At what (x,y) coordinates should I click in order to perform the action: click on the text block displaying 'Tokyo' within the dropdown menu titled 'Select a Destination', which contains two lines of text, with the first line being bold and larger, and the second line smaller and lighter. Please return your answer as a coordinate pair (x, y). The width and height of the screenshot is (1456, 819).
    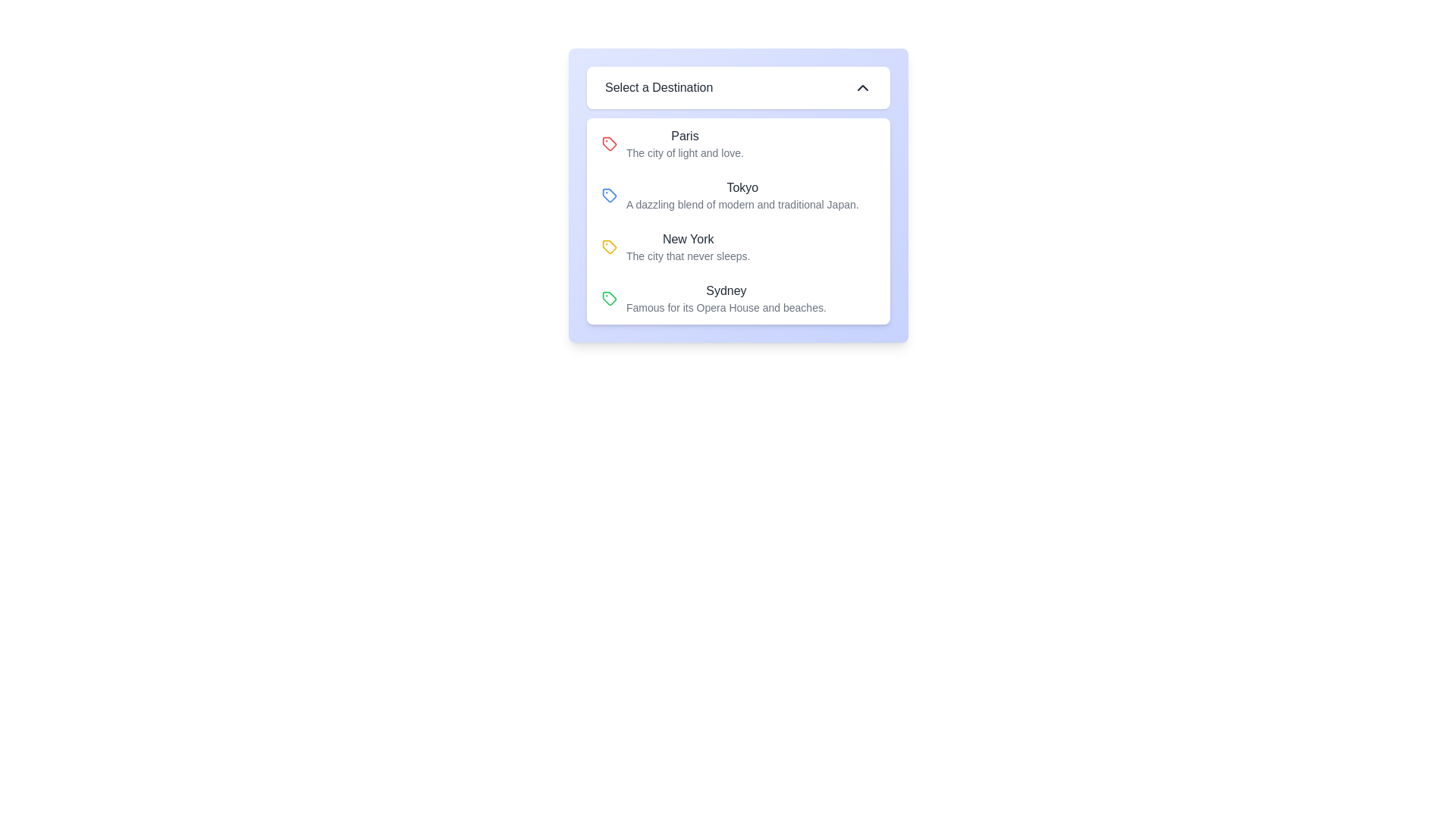
    Looking at the image, I should click on (742, 195).